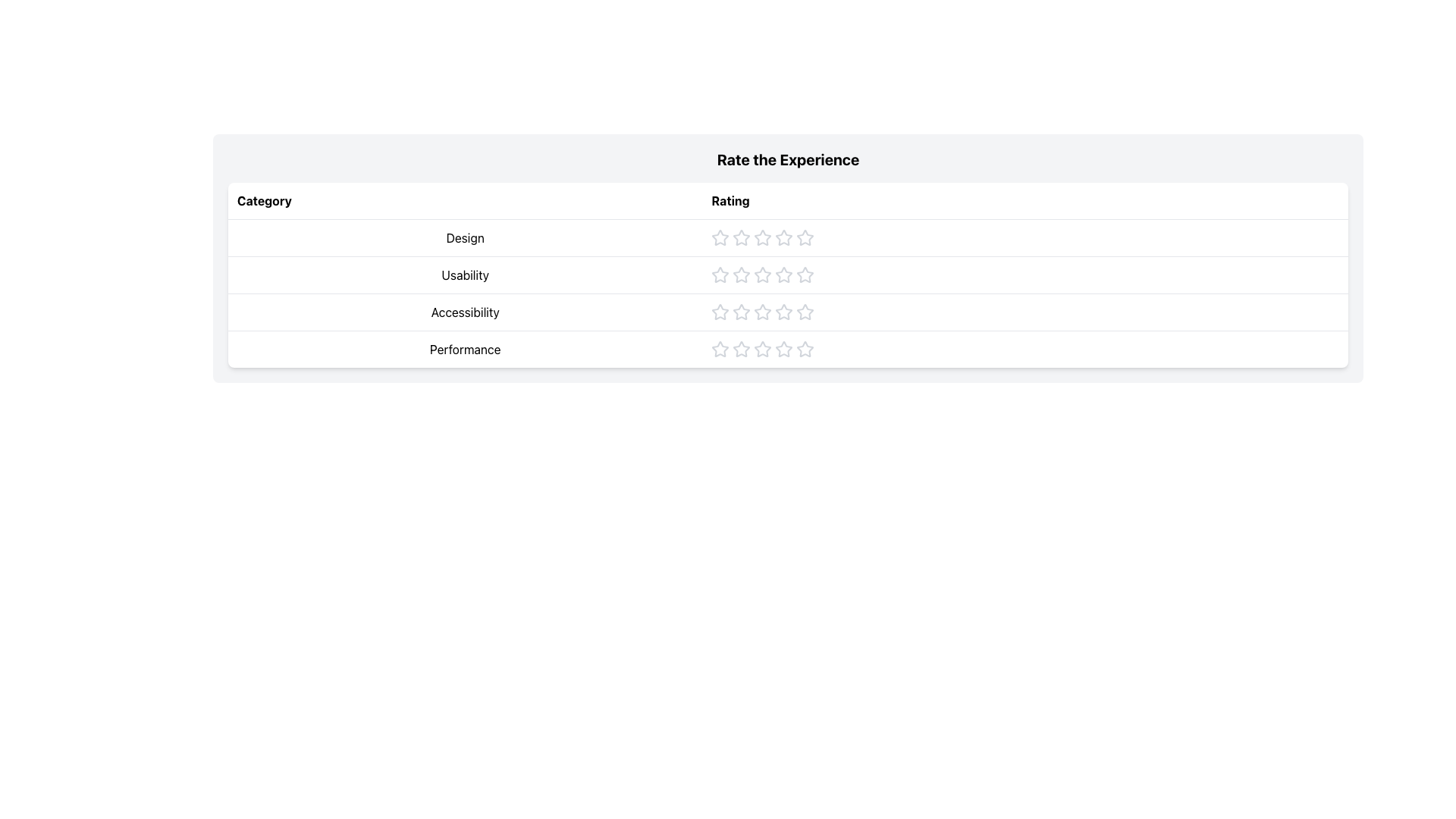 Image resolution: width=1456 pixels, height=819 pixels. I want to click on the third interactive silver star in the accessibility row of the rating table, so click(742, 311).